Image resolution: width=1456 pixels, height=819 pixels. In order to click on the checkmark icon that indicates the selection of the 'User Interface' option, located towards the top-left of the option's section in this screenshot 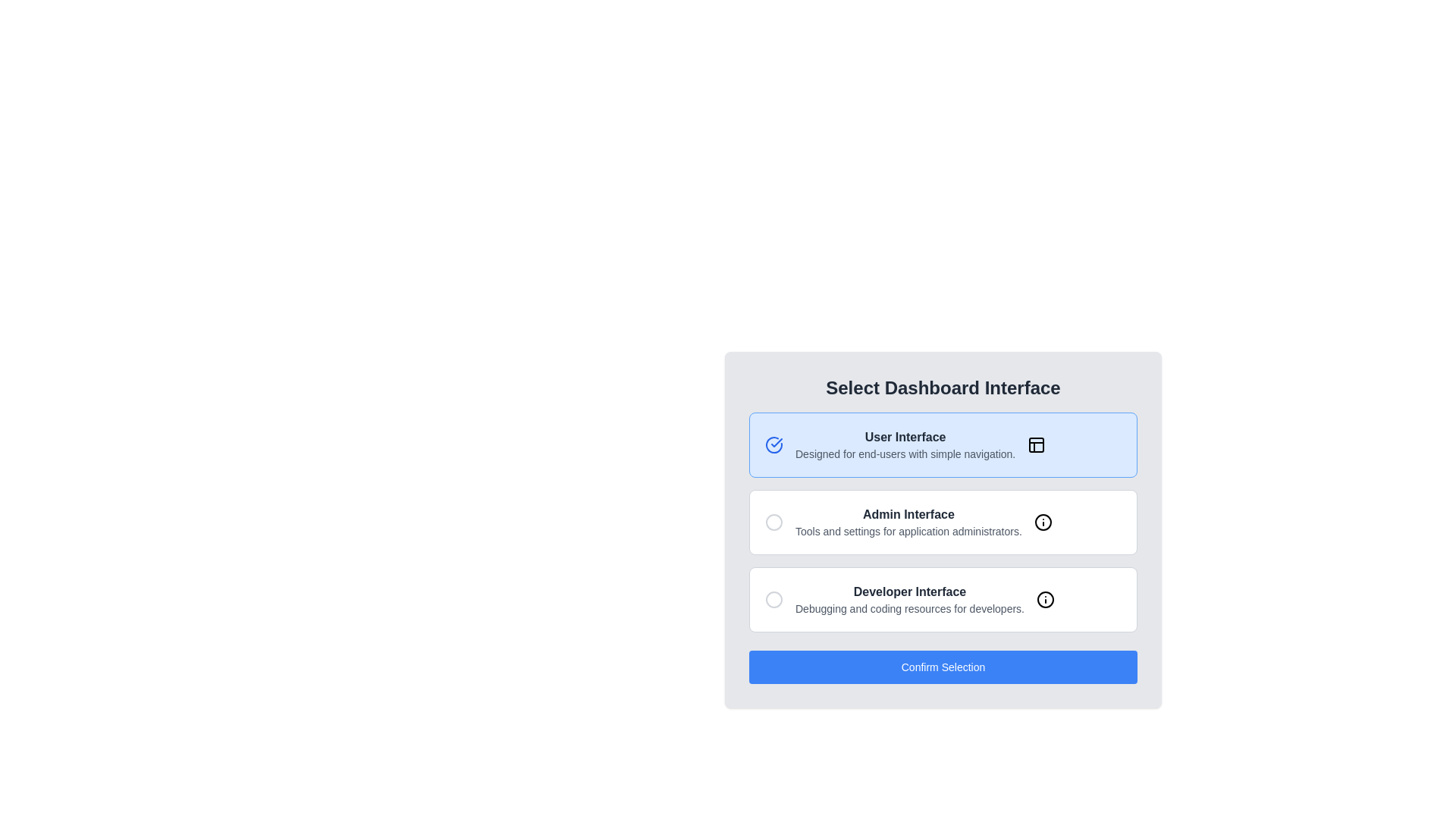, I will do `click(777, 442)`.